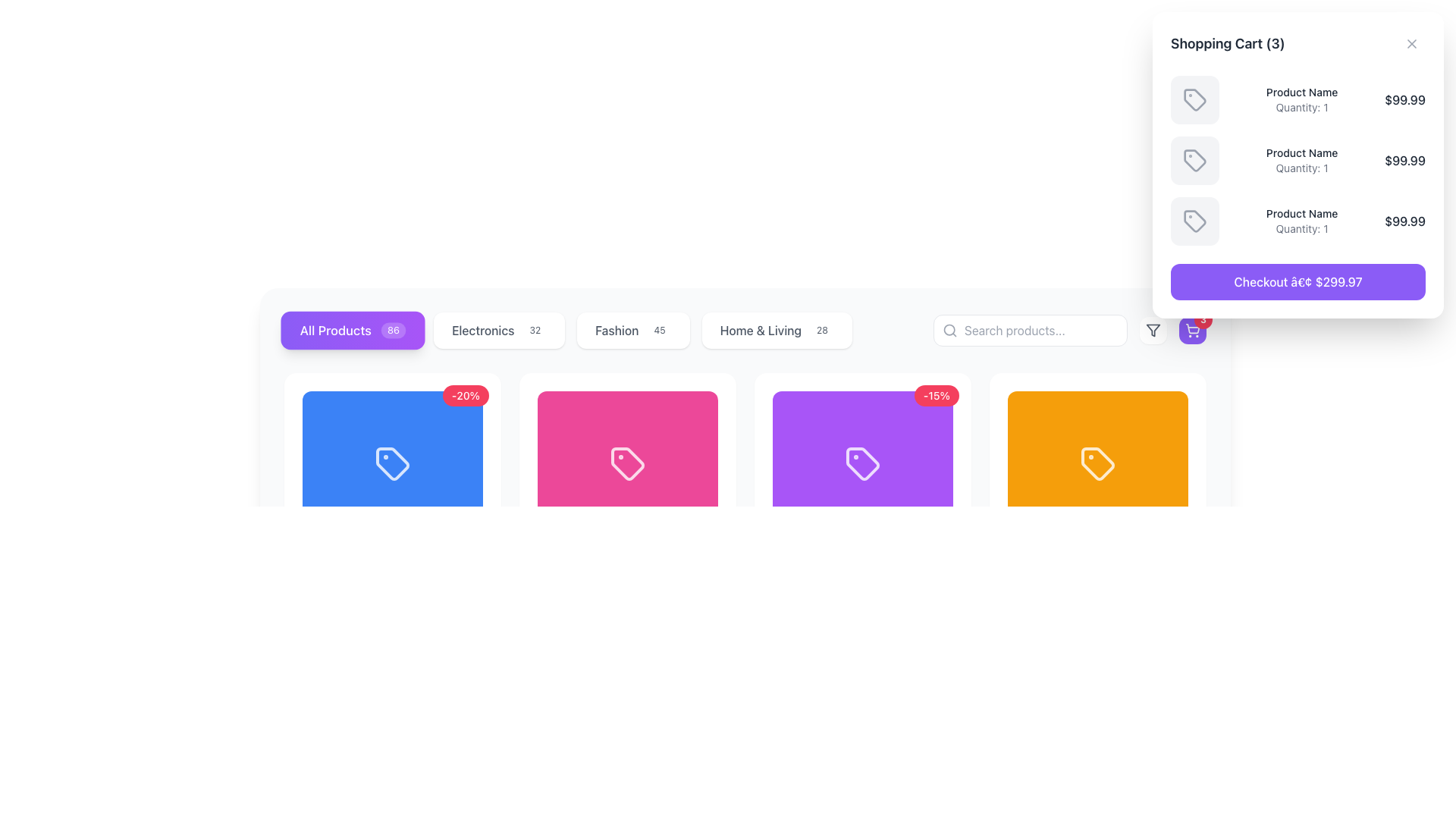  What do you see at coordinates (633, 329) in the screenshot?
I see `the fashion category button located between the 'Electronics' and 'Home & Living' buttons in the navigation bar` at bounding box center [633, 329].